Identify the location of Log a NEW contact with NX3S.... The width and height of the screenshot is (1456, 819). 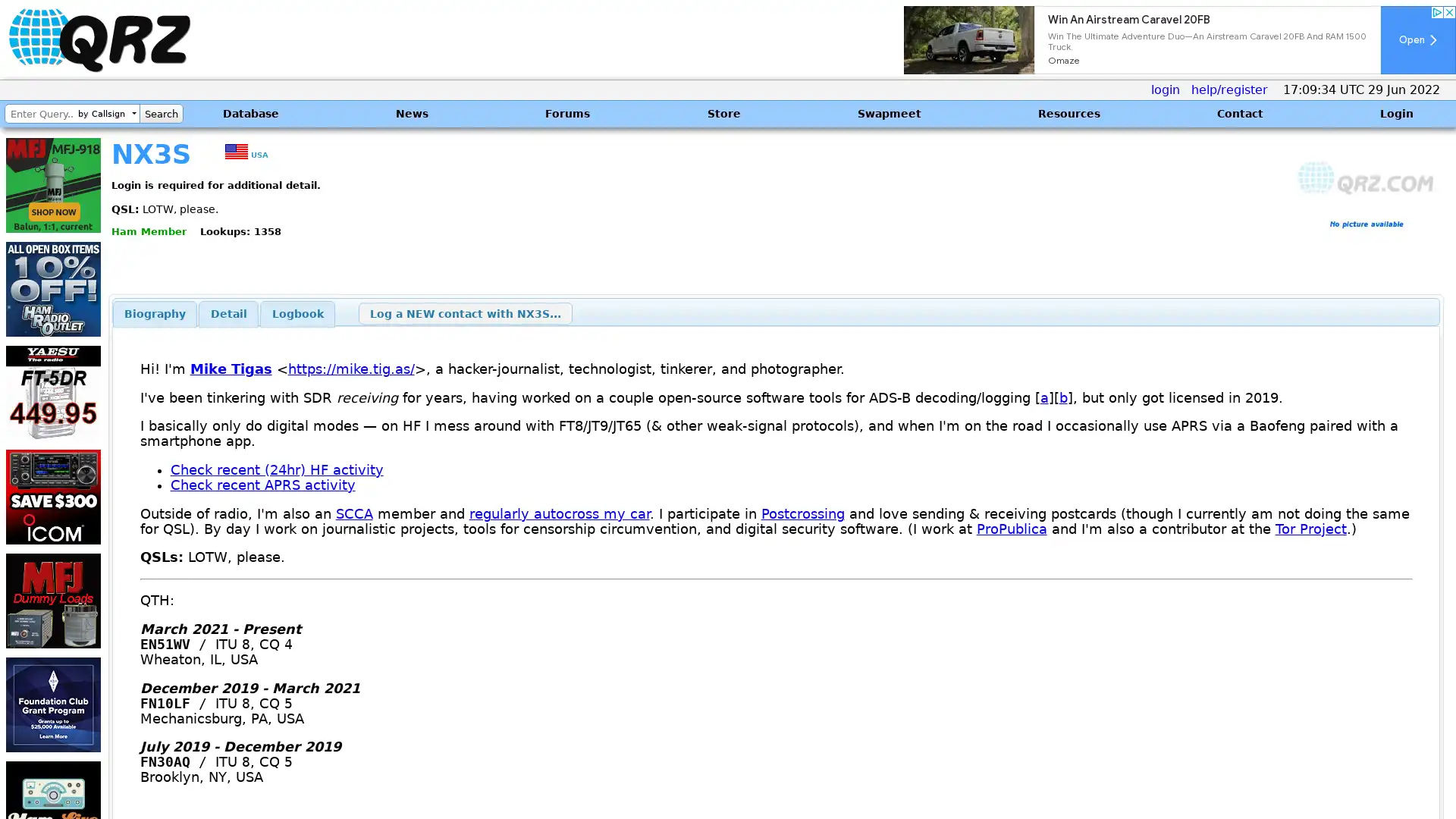
(464, 312).